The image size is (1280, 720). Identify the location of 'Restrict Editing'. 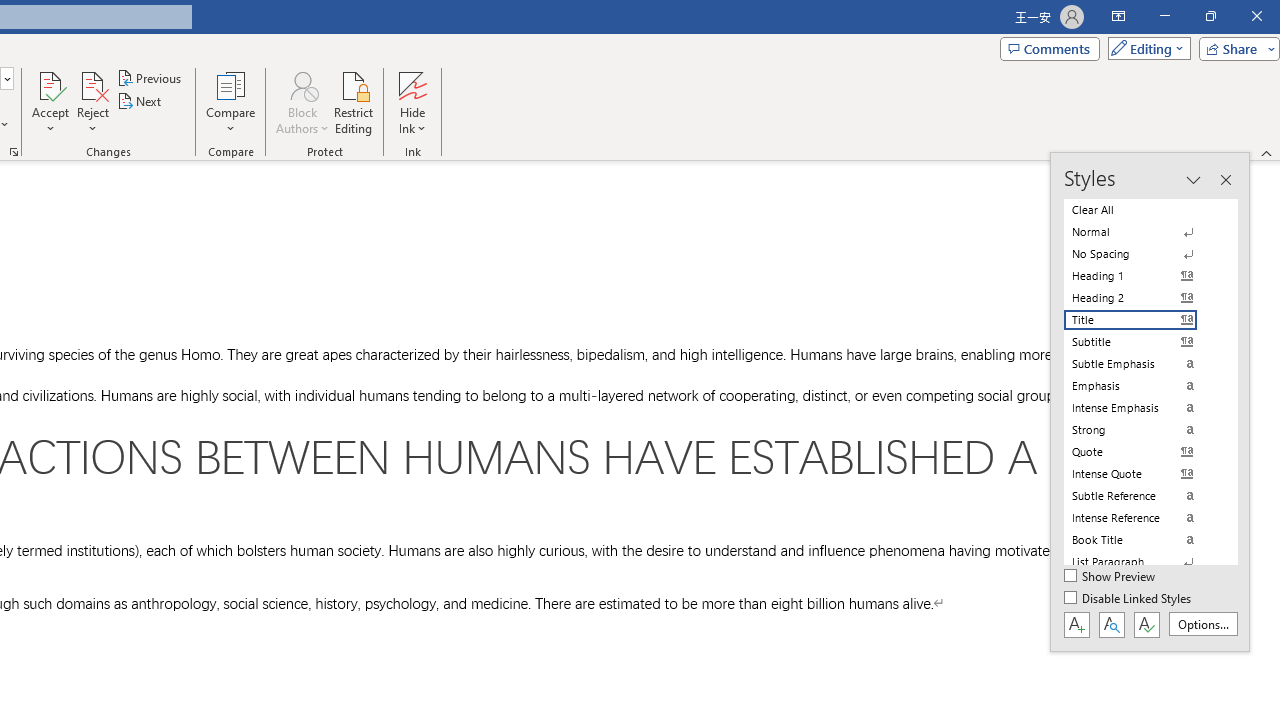
(353, 103).